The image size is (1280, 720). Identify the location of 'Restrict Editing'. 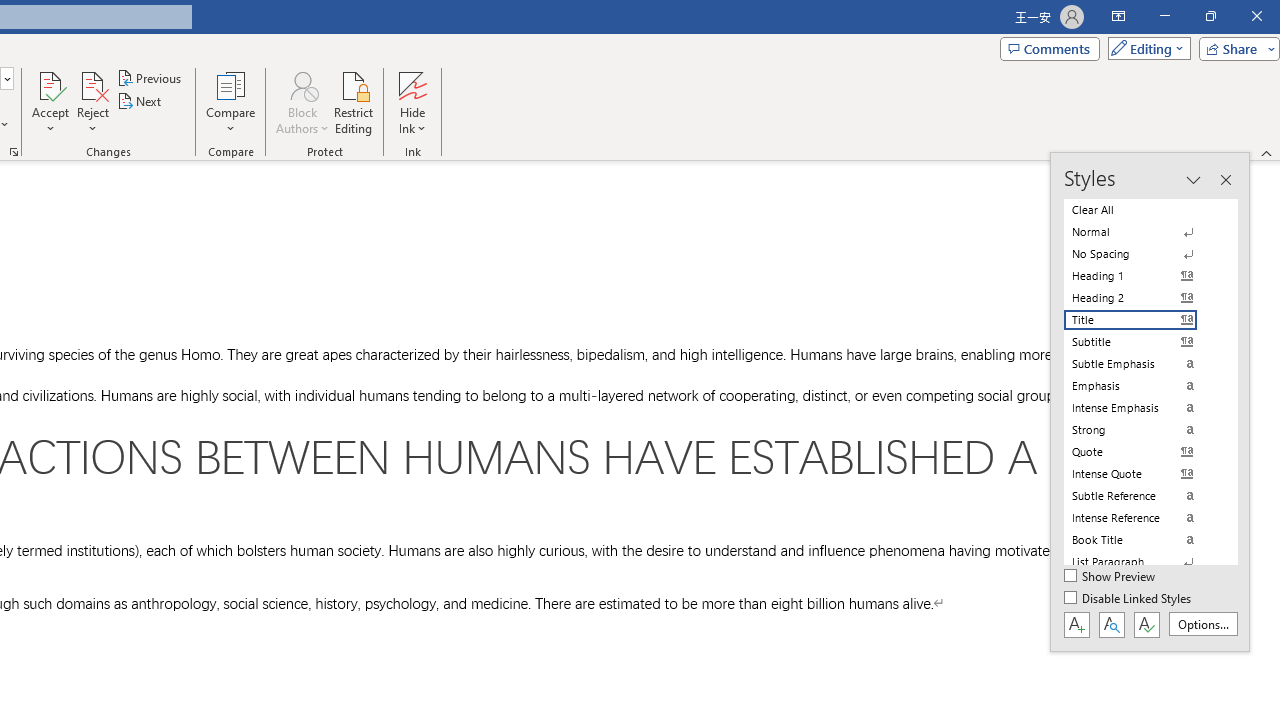
(353, 103).